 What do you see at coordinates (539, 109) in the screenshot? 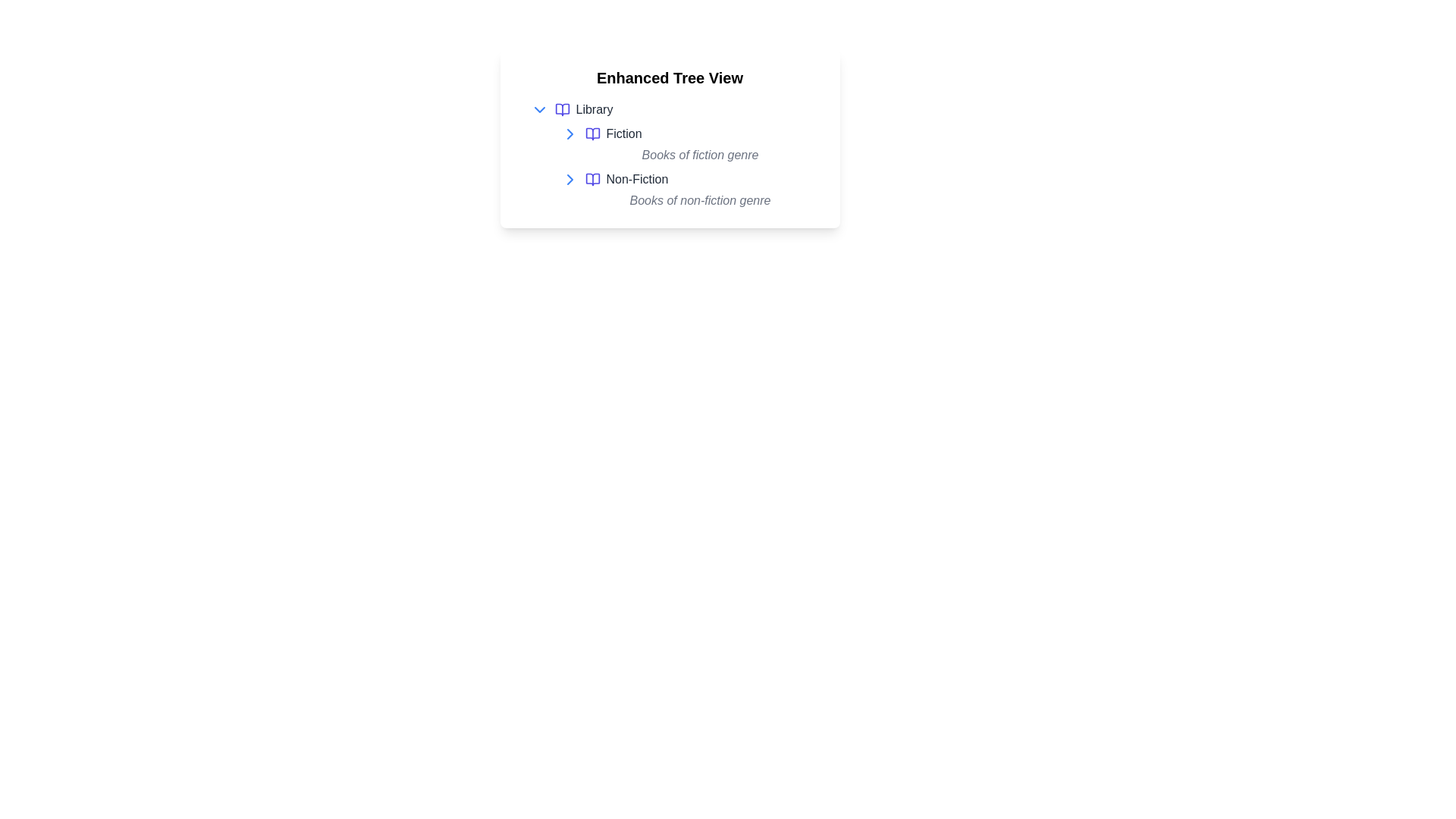
I see `the blue chevron-style downward arrow icon indicating an expandable or collapsible menu for the 'Library' label` at bounding box center [539, 109].